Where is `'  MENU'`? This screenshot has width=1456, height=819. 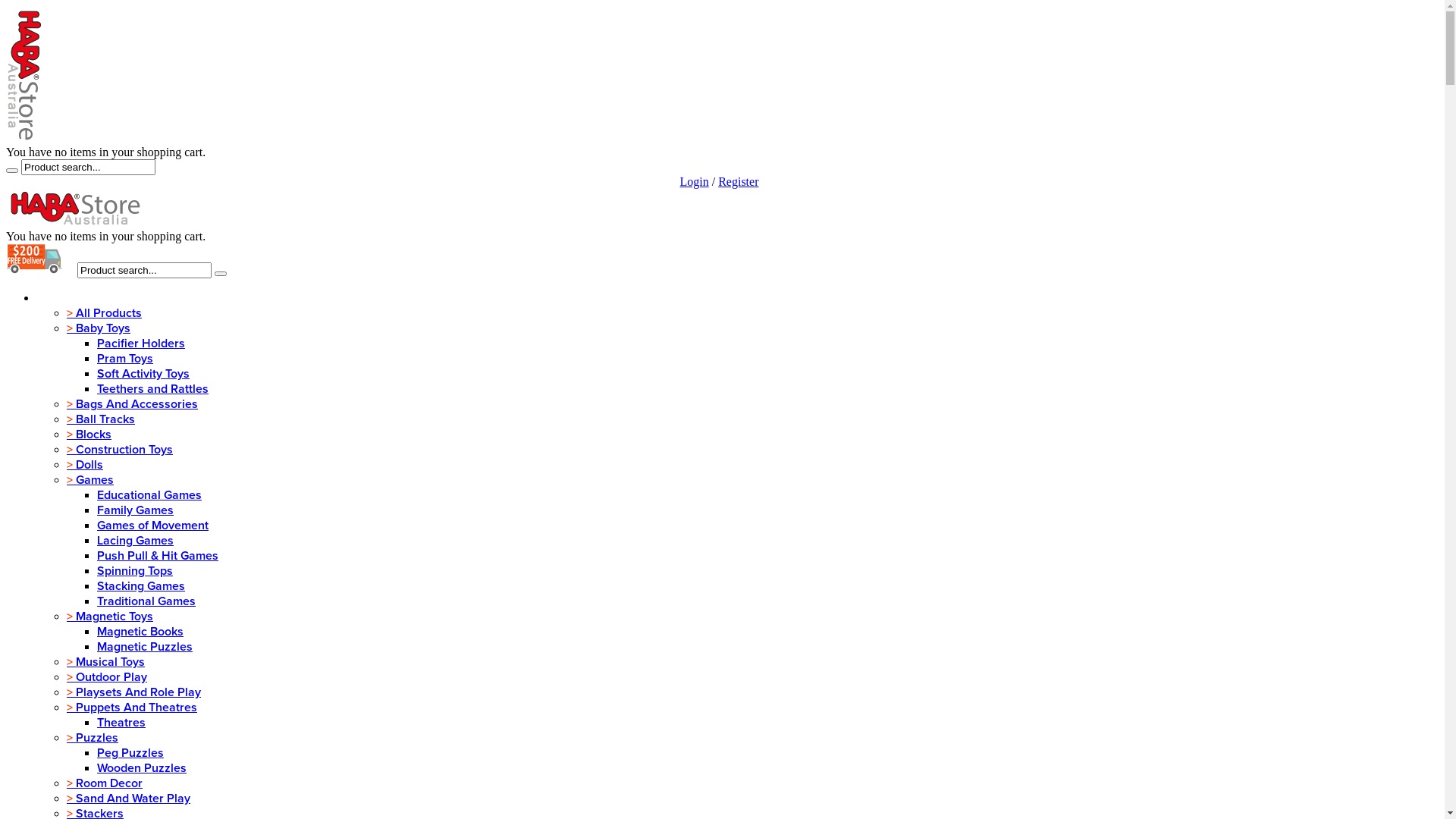 '  MENU' is located at coordinates (58, 298).